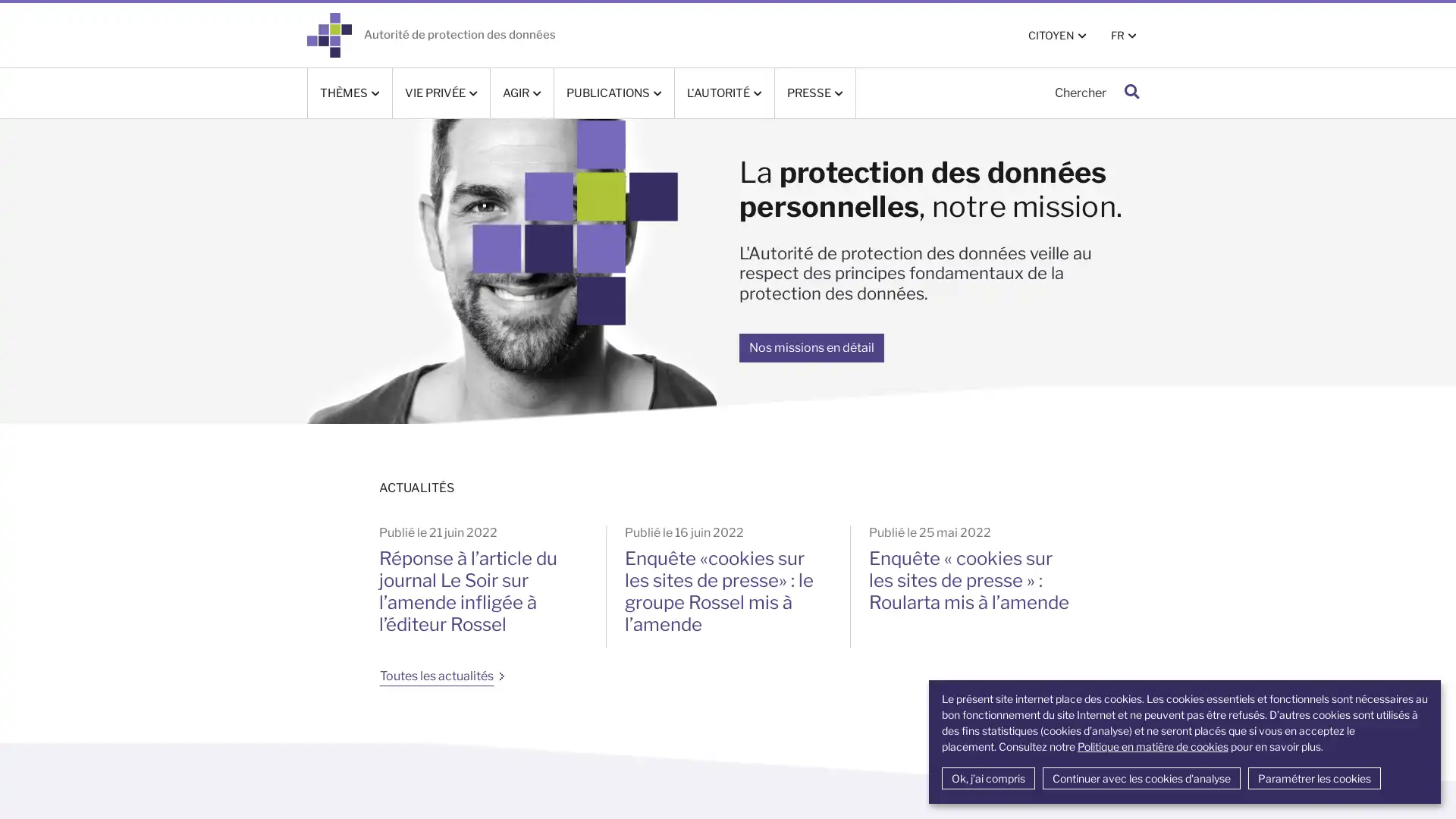 Image resolution: width=1456 pixels, height=819 pixels. I want to click on Continuer avec les cookies d'analyse, so click(1141, 778).